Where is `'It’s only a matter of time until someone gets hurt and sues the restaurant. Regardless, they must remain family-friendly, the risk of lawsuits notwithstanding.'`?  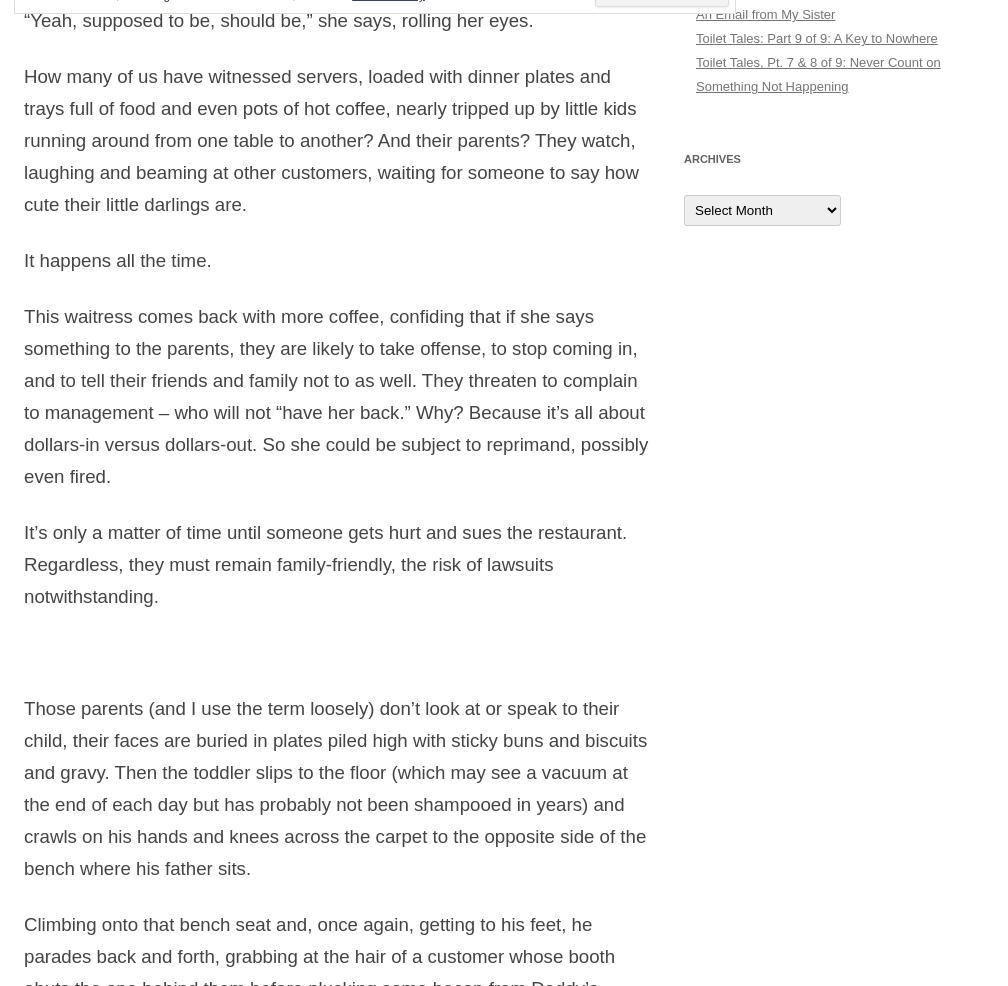 'It’s only a matter of time until someone gets hurt and sues the restaurant. Regardless, they must remain family-friendly, the risk of lawsuits notwithstanding.' is located at coordinates (325, 563).